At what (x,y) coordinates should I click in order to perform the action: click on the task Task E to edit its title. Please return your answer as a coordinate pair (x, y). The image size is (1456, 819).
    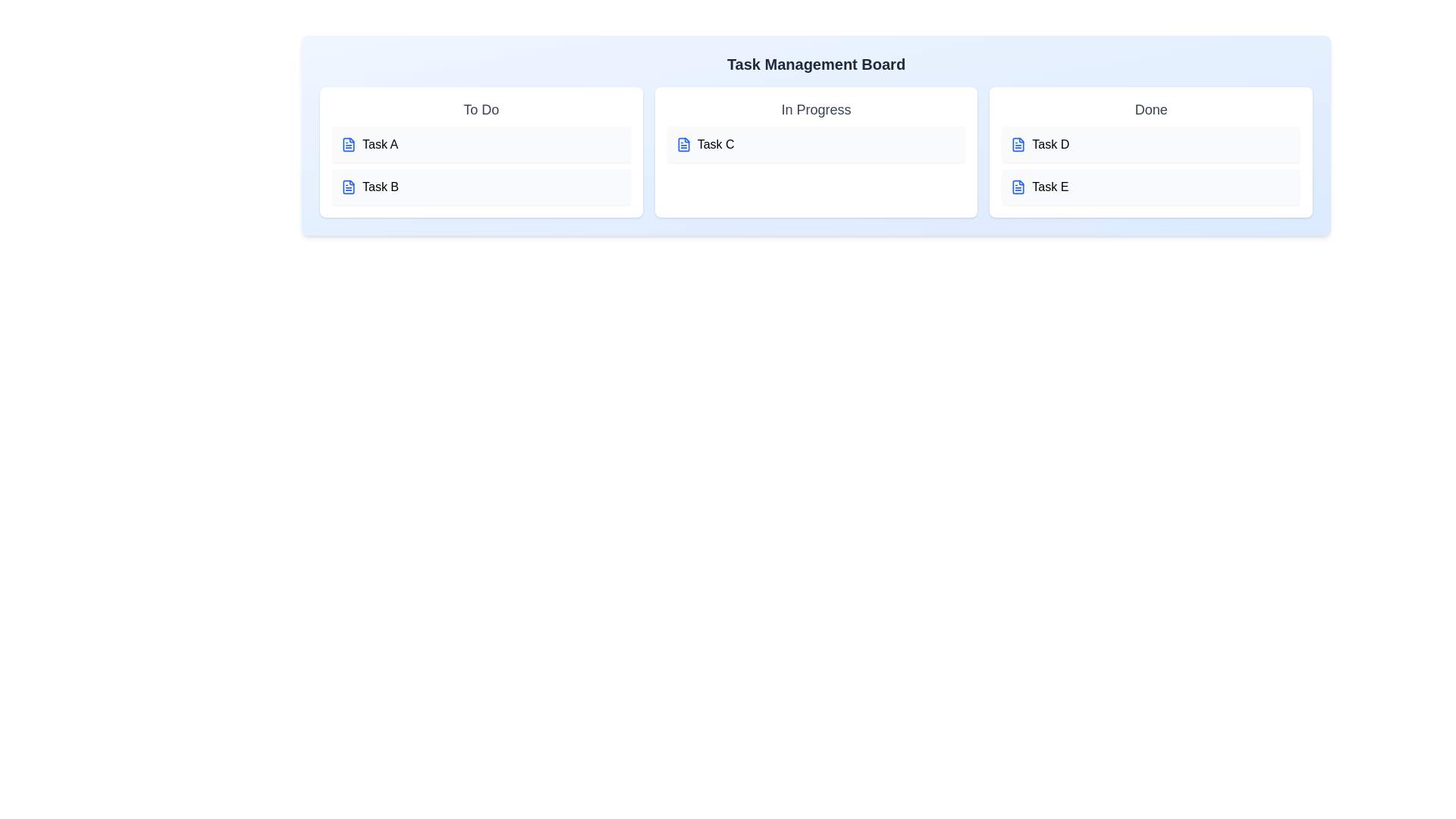
    Looking at the image, I should click on (1151, 186).